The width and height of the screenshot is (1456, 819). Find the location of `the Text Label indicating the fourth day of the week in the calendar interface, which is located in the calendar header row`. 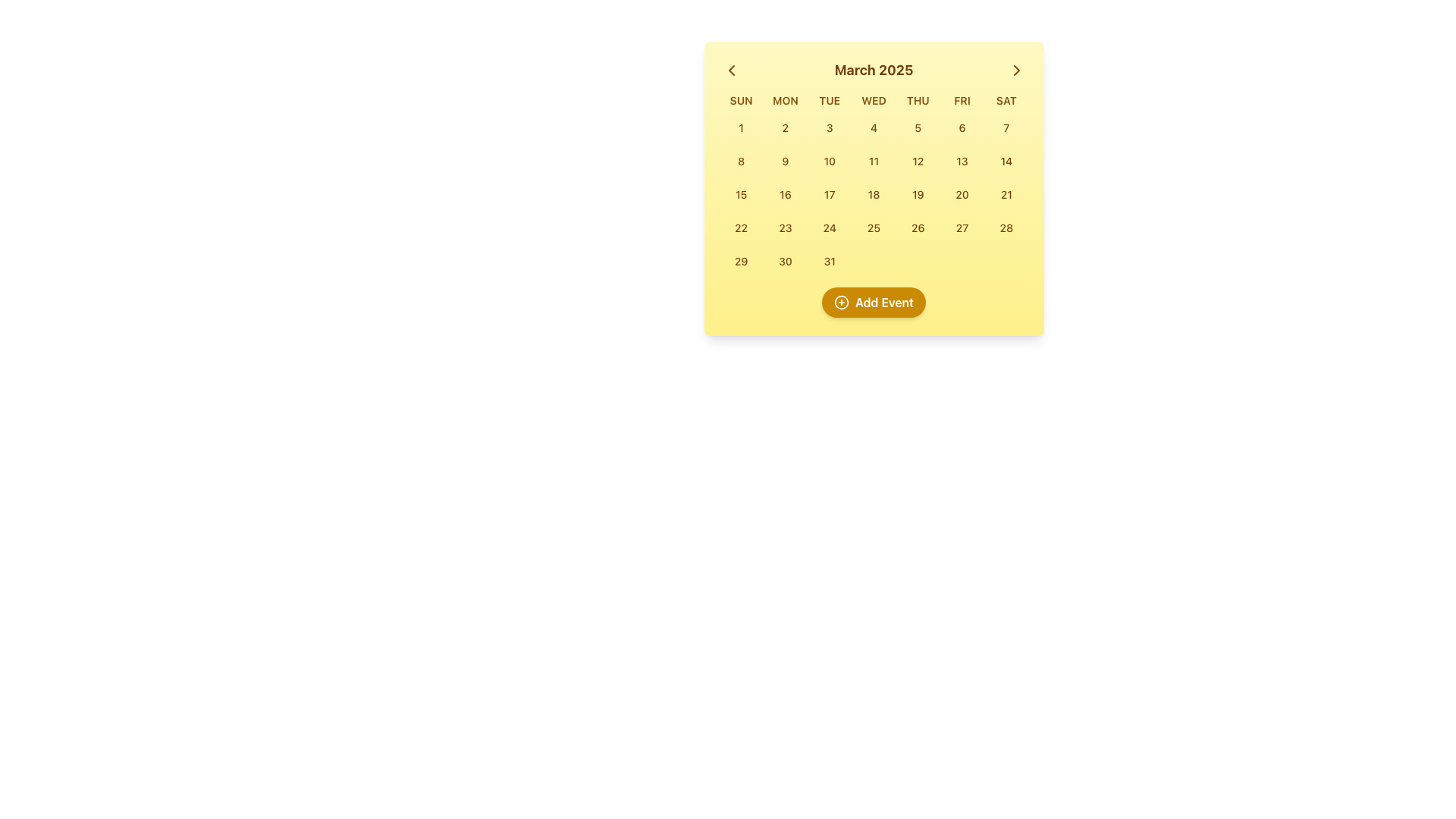

the Text Label indicating the fourth day of the week in the calendar interface, which is located in the calendar header row is located at coordinates (874, 100).